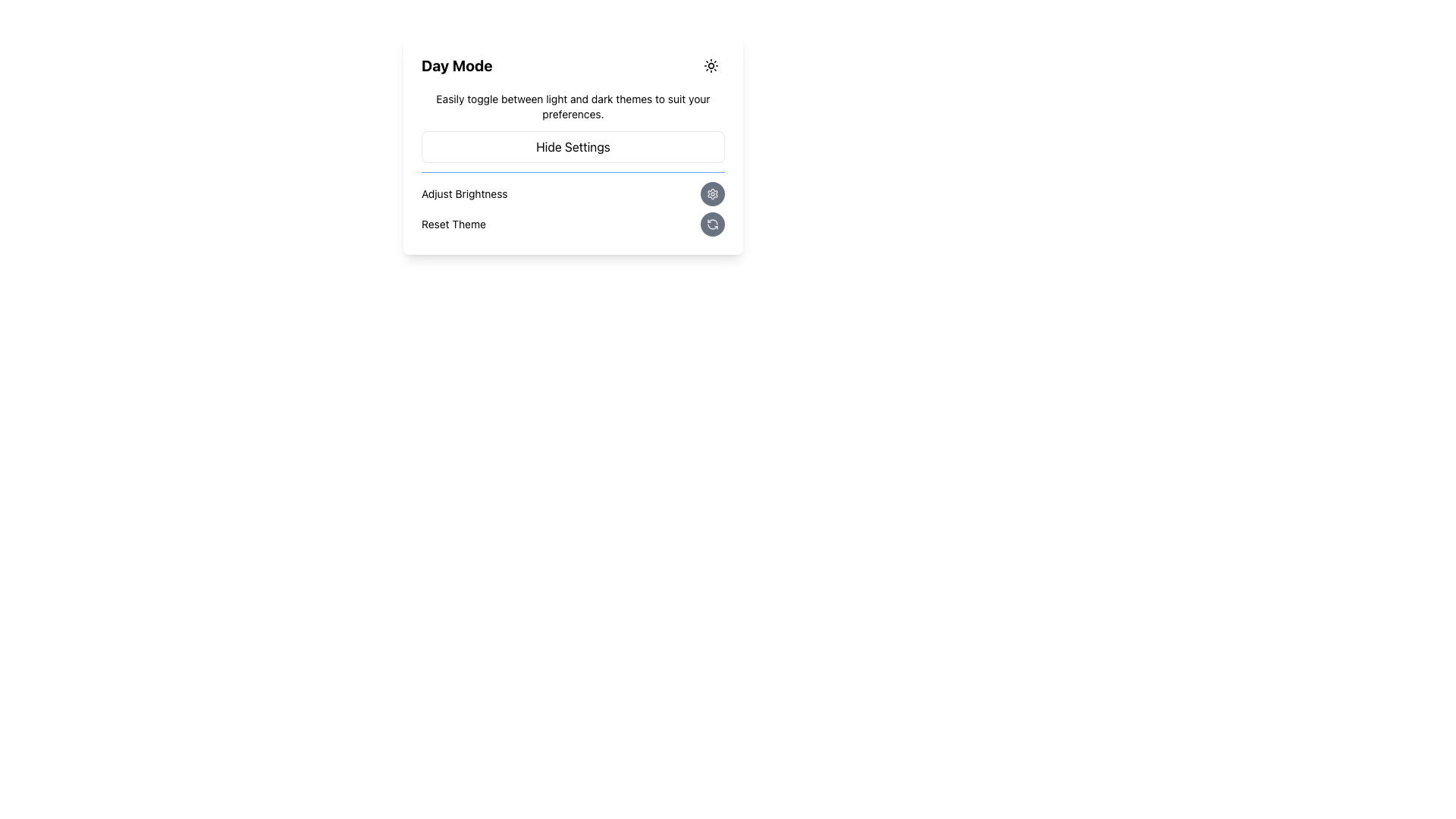 The height and width of the screenshot is (819, 1456). What do you see at coordinates (572, 106) in the screenshot?
I see `descriptive text about toggling between light and dark themes, located directly below the 'Day Mode' header and above the 'Hide Settings' button in the settings panel` at bounding box center [572, 106].